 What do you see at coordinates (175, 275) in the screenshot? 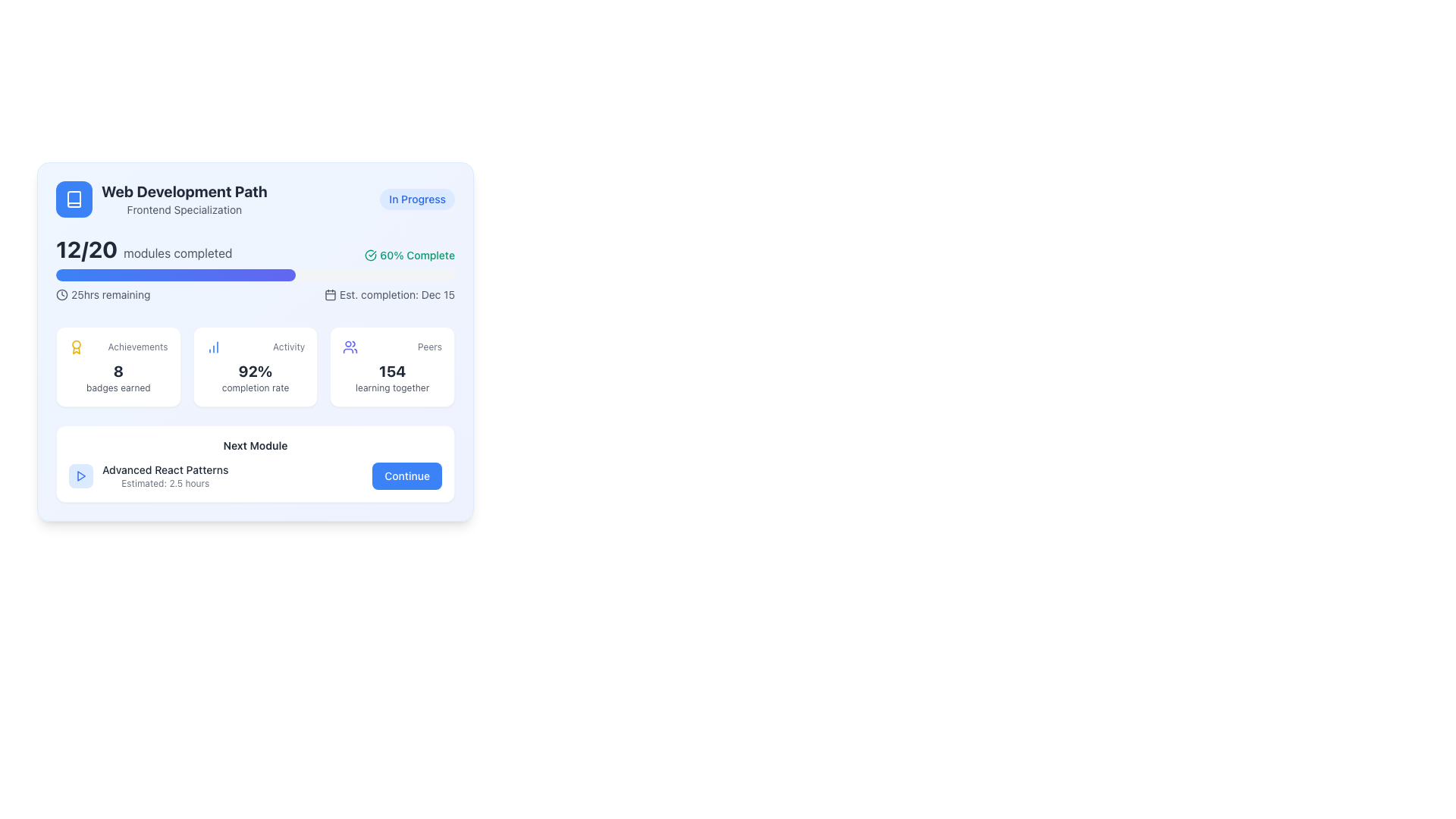
I see `the filled portion of the progress bar that visually represents the proportion of modules completed, located below '12/20 modules completed' and above '25hrs remaining'` at bounding box center [175, 275].